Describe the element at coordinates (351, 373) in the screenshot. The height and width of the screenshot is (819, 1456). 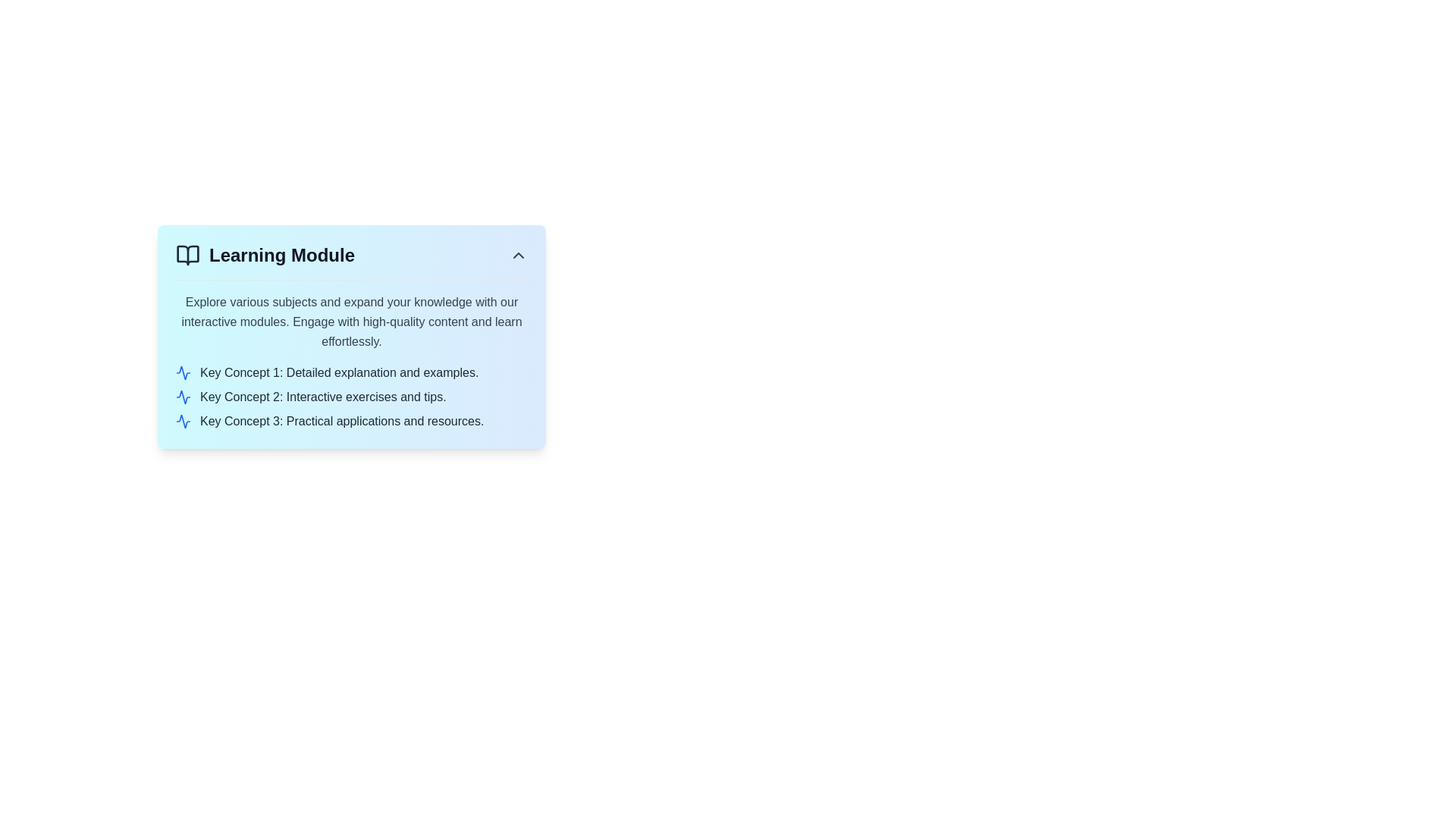
I see `the informational text labeled 'Key Concept 1: Detailed explanation and examples.' which is the first item in the 'Learning Module' section` at that location.